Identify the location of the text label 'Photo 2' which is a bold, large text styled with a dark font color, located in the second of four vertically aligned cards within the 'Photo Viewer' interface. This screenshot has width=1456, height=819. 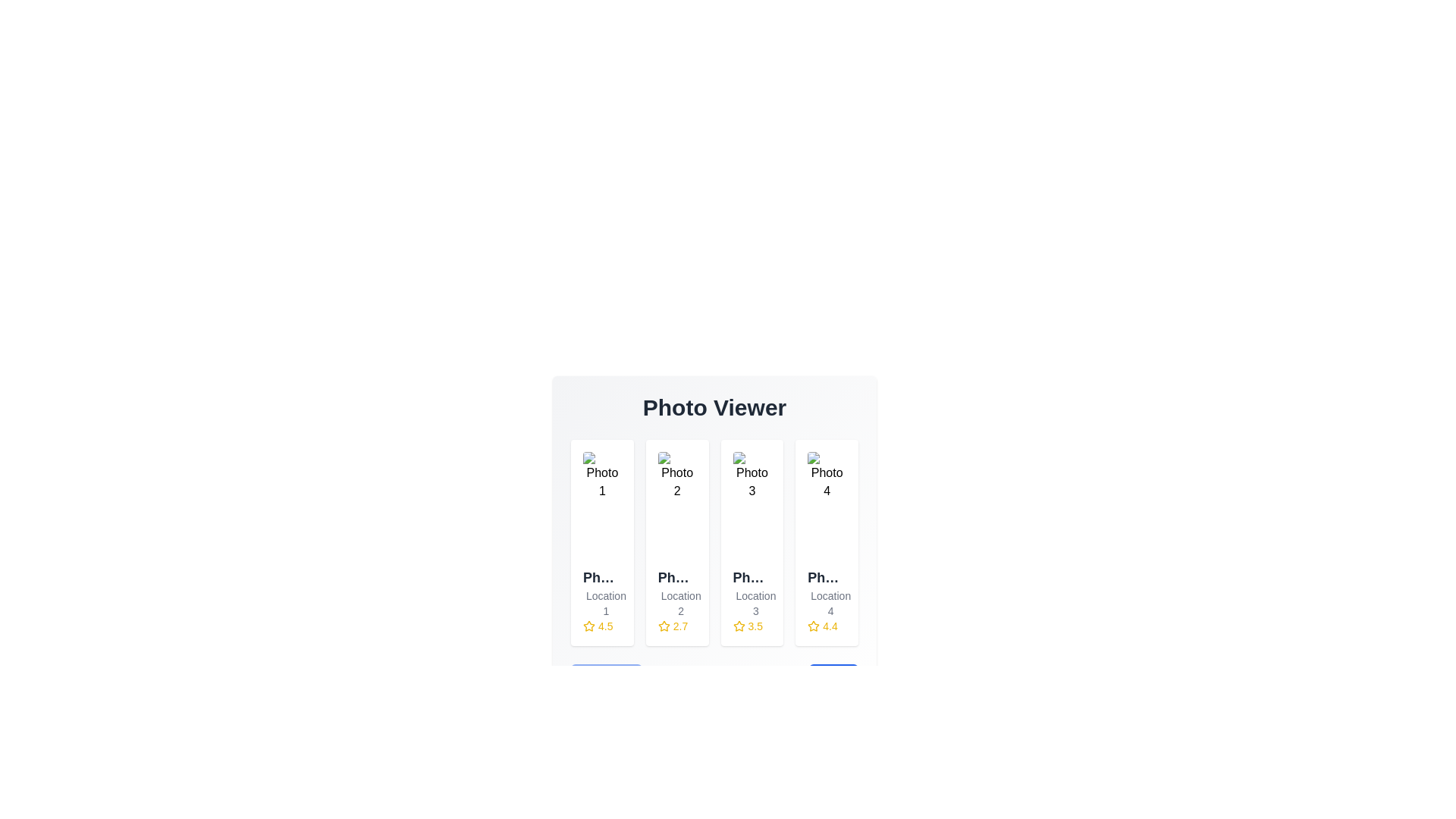
(676, 578).